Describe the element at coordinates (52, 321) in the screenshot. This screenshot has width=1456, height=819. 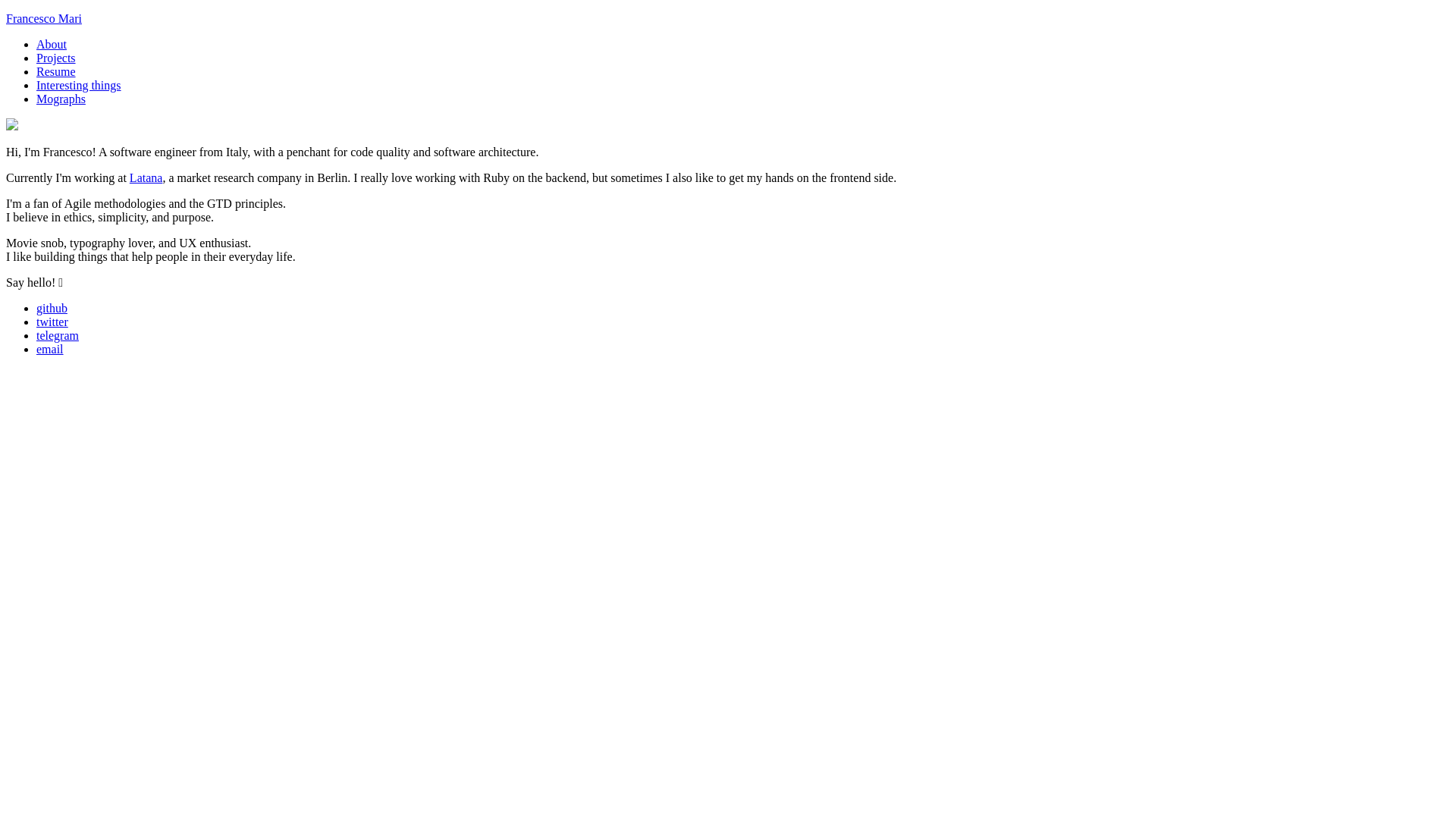
I see `'twitter'` at that location.